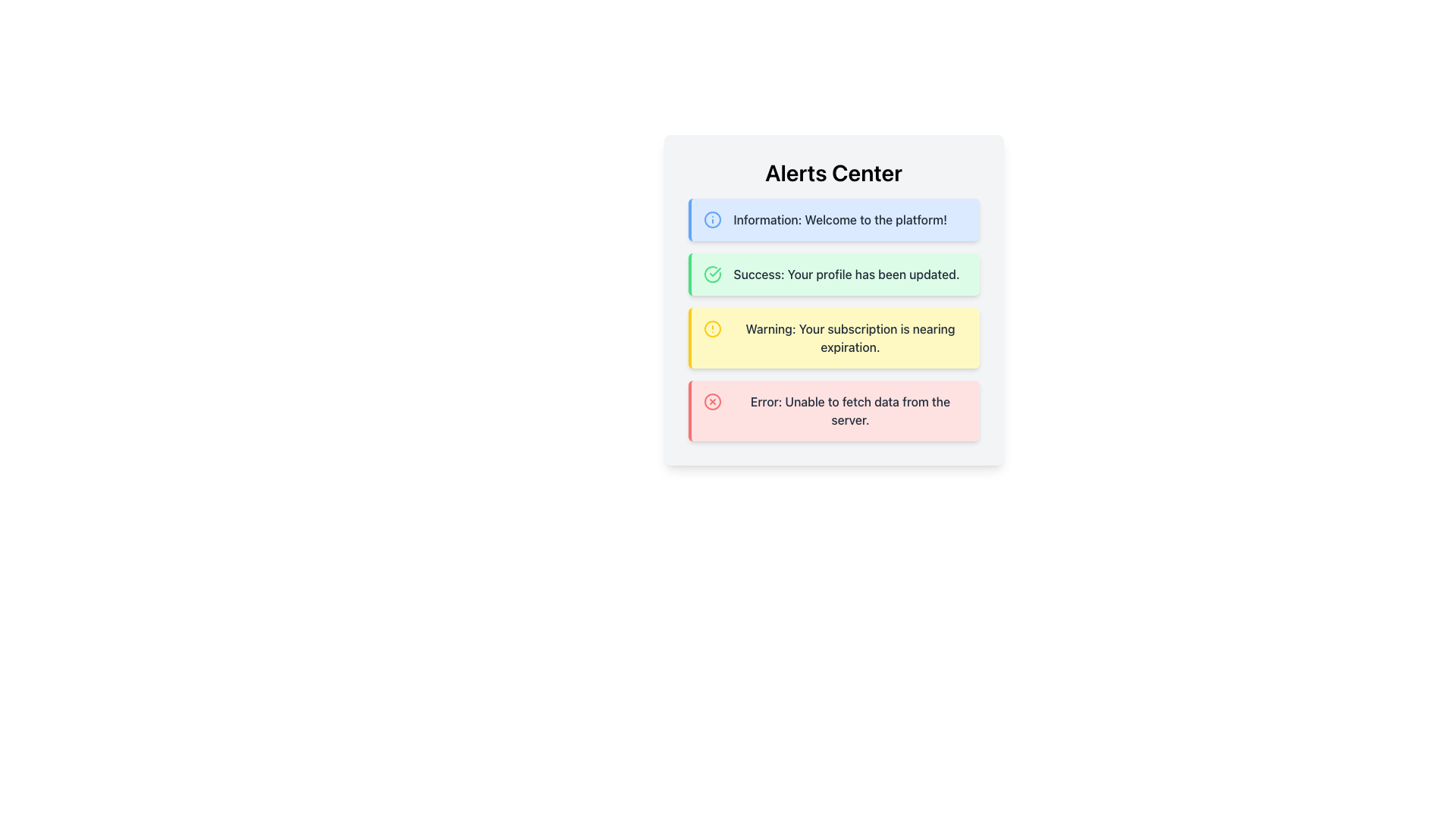 The height and width of the screenshot is (819, 1456). I want to click on the circular success icon with a green outline and check mark, located to the left of the 'Success: Your profile has been updated.' message in the green notification box, so click(717, 275).